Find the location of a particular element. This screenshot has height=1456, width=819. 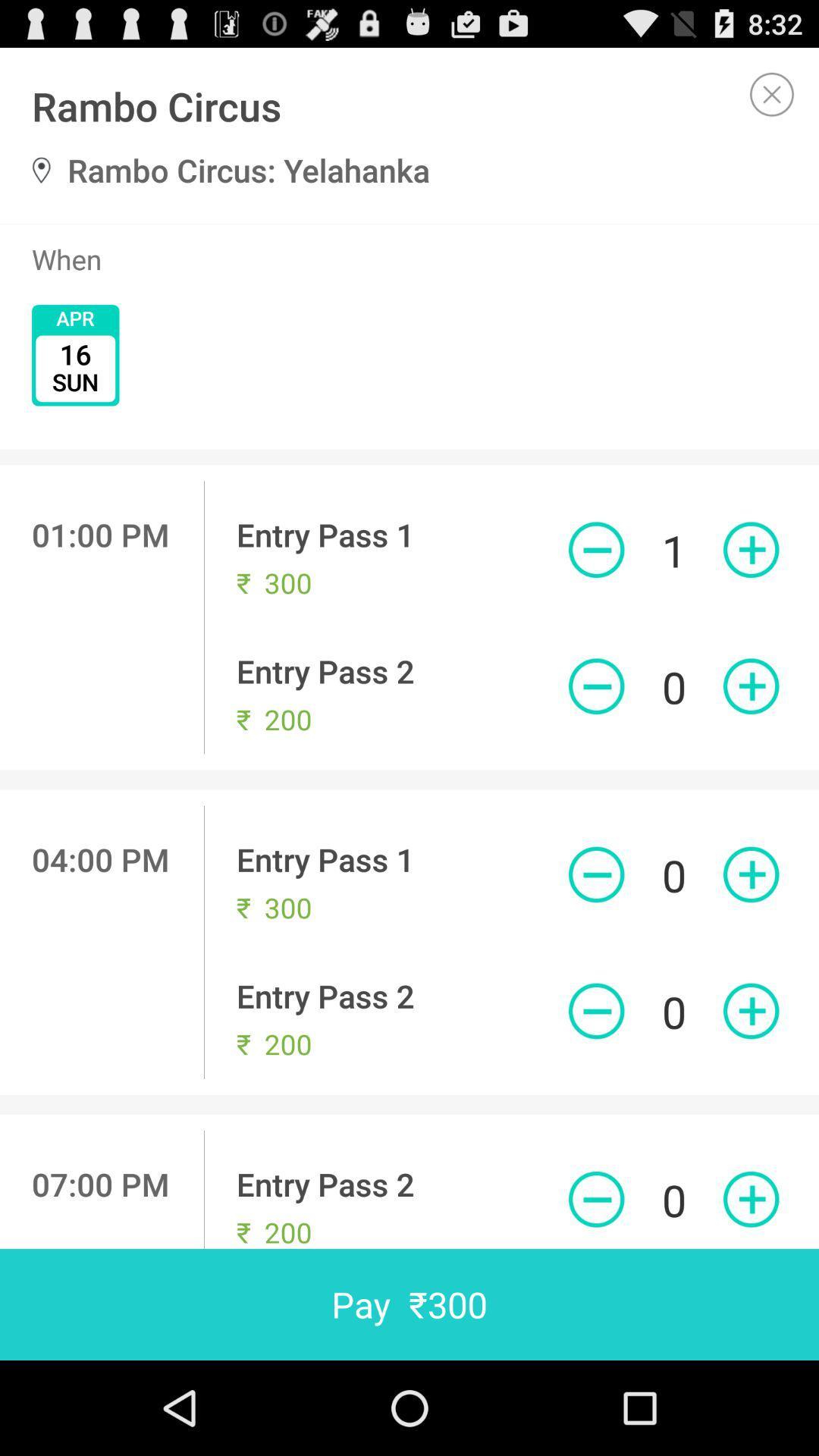

one is located at coordinates (751, 1198).